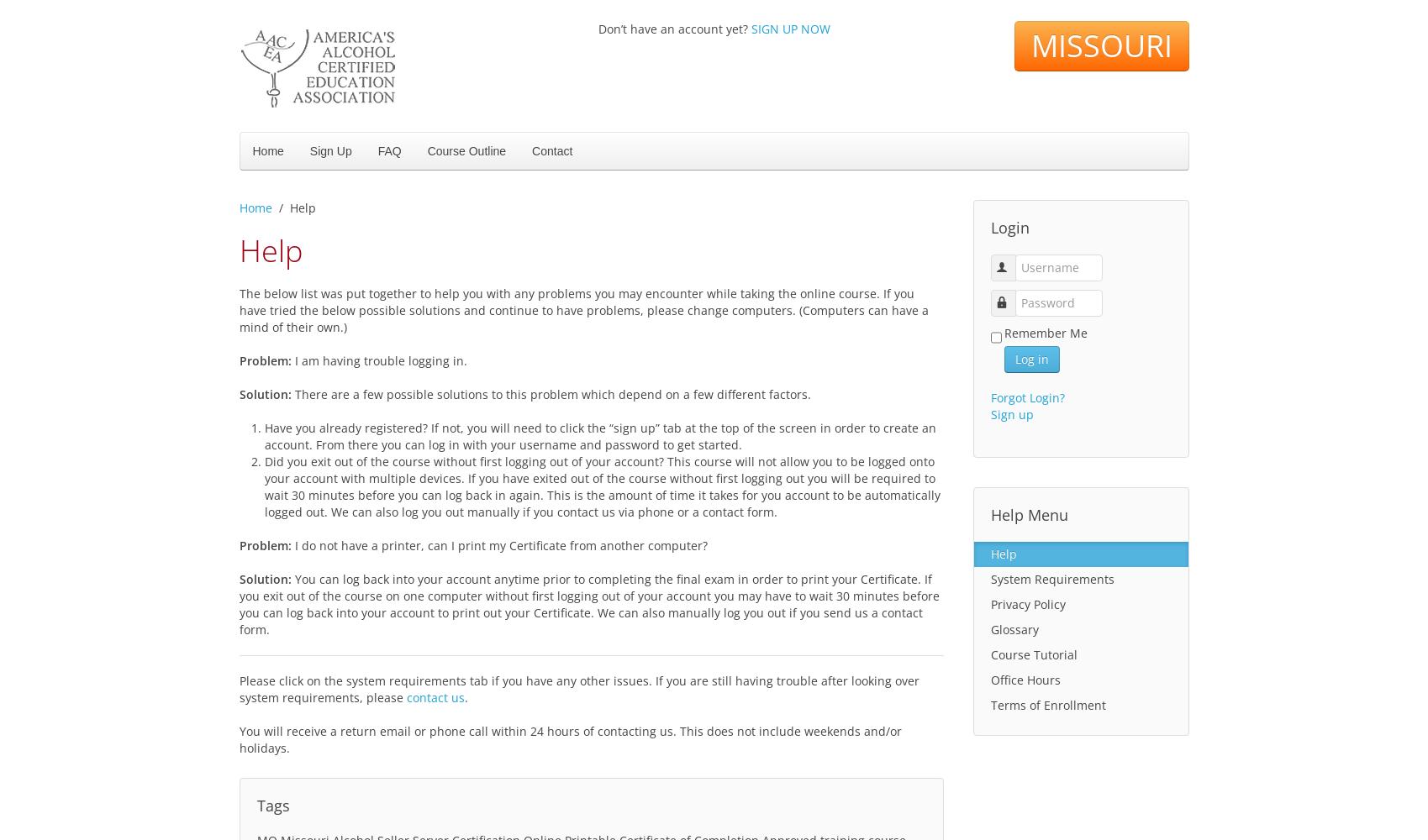 This screenshot has width=1428, height=840. I want to click on 'Course Outline', so click(466, 151).